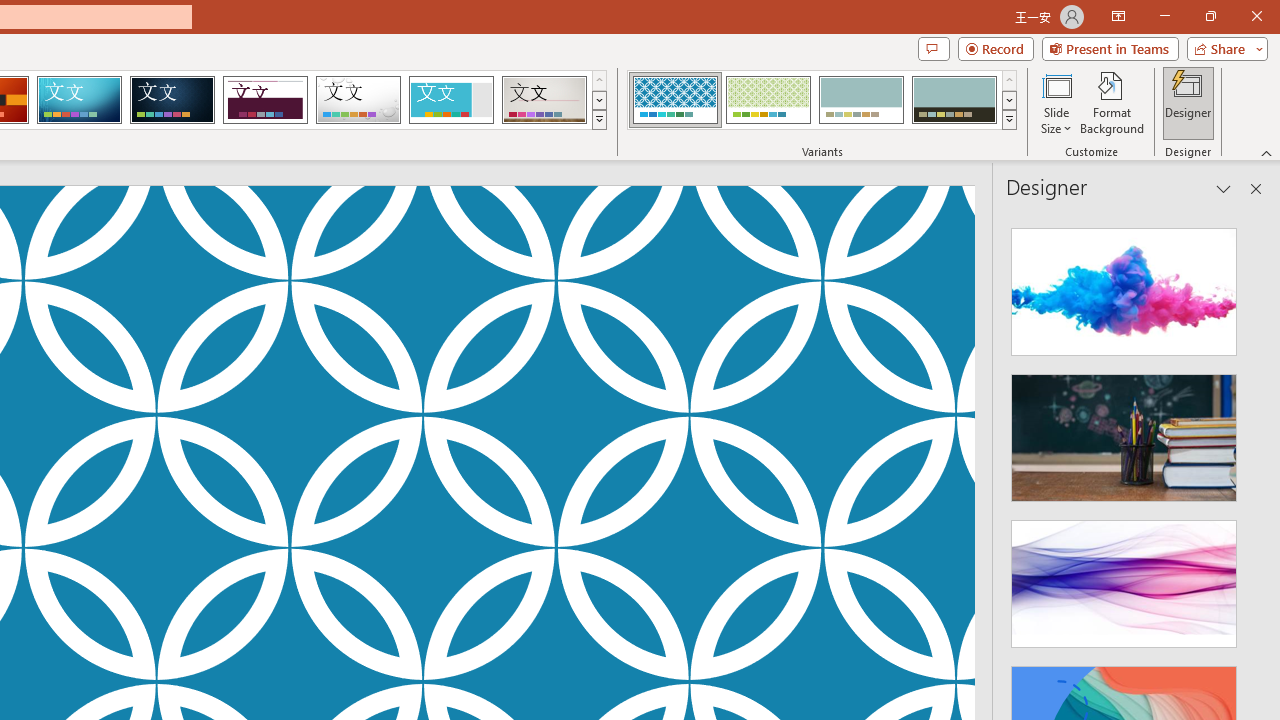  I want to click on 'Integral Variant 2', so click(767, 100).